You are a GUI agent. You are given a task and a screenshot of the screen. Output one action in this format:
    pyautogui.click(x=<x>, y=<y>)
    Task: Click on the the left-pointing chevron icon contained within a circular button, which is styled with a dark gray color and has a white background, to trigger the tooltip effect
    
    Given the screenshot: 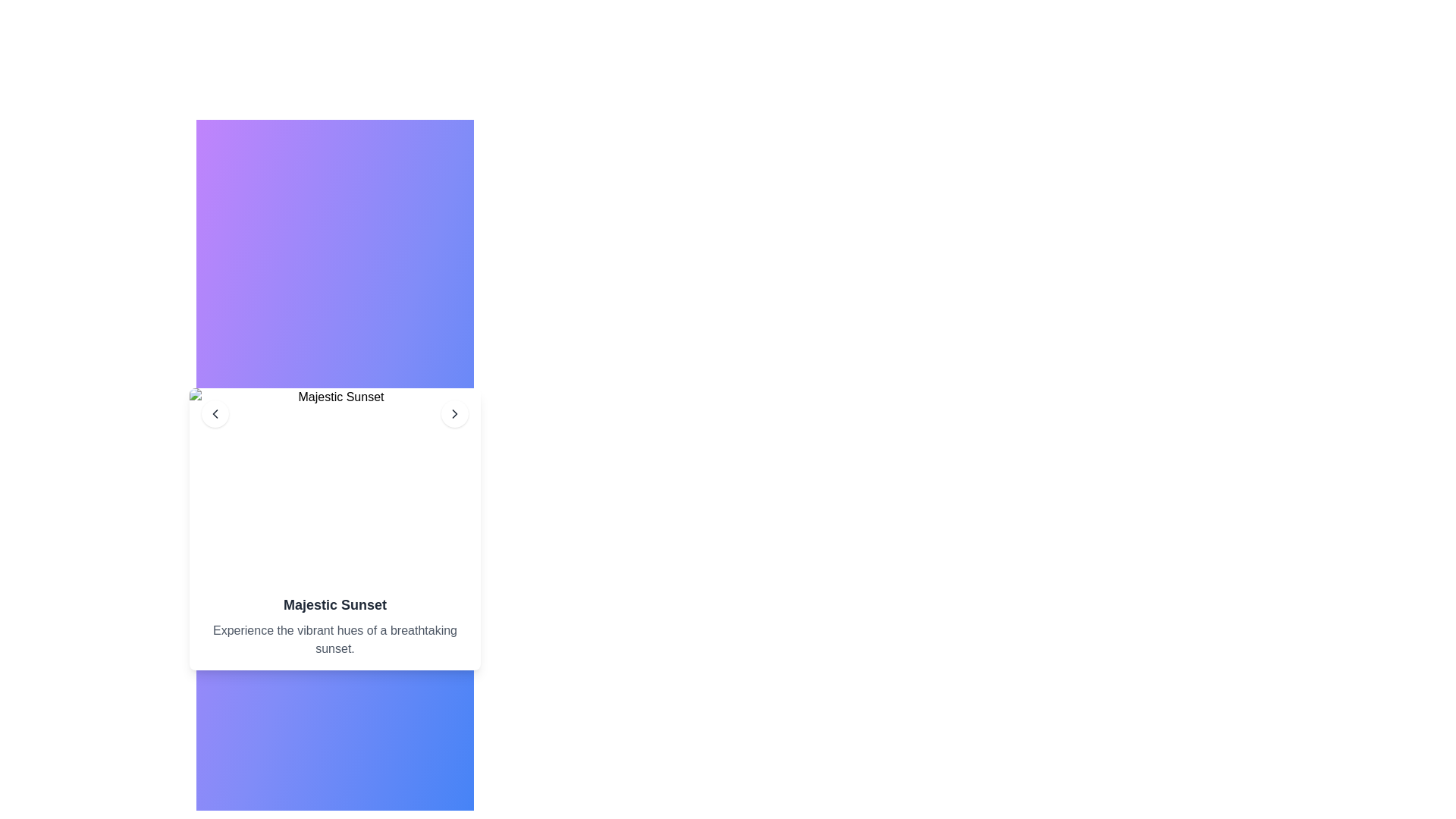 What is the action you would take?
    pyautogui.click(x=214, y=414)
    